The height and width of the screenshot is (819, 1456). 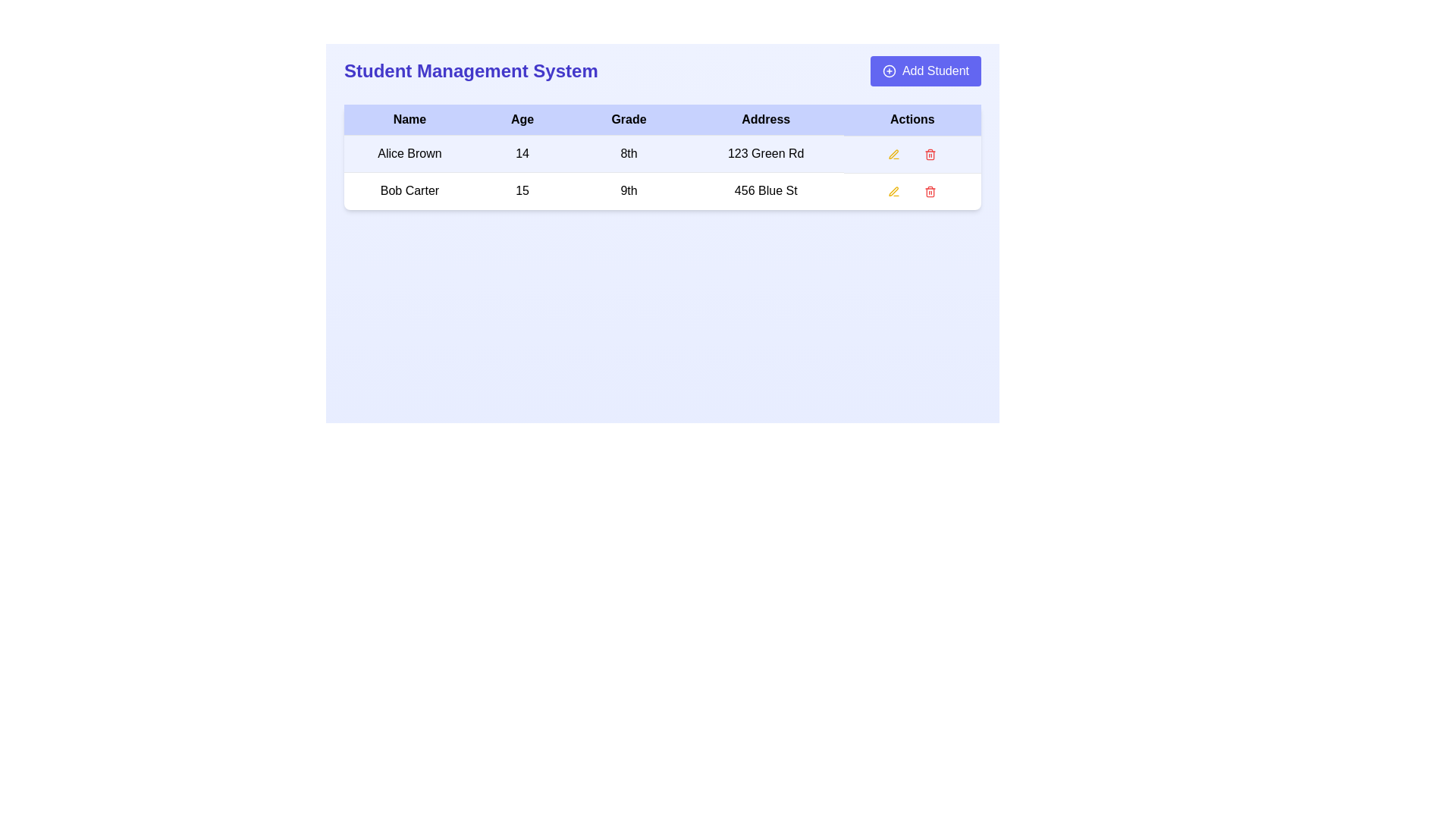 I want to click on the delete icon button located in the 'Actions' column of the second row in the 'Student Management System' table, so click(x=930, y=190).